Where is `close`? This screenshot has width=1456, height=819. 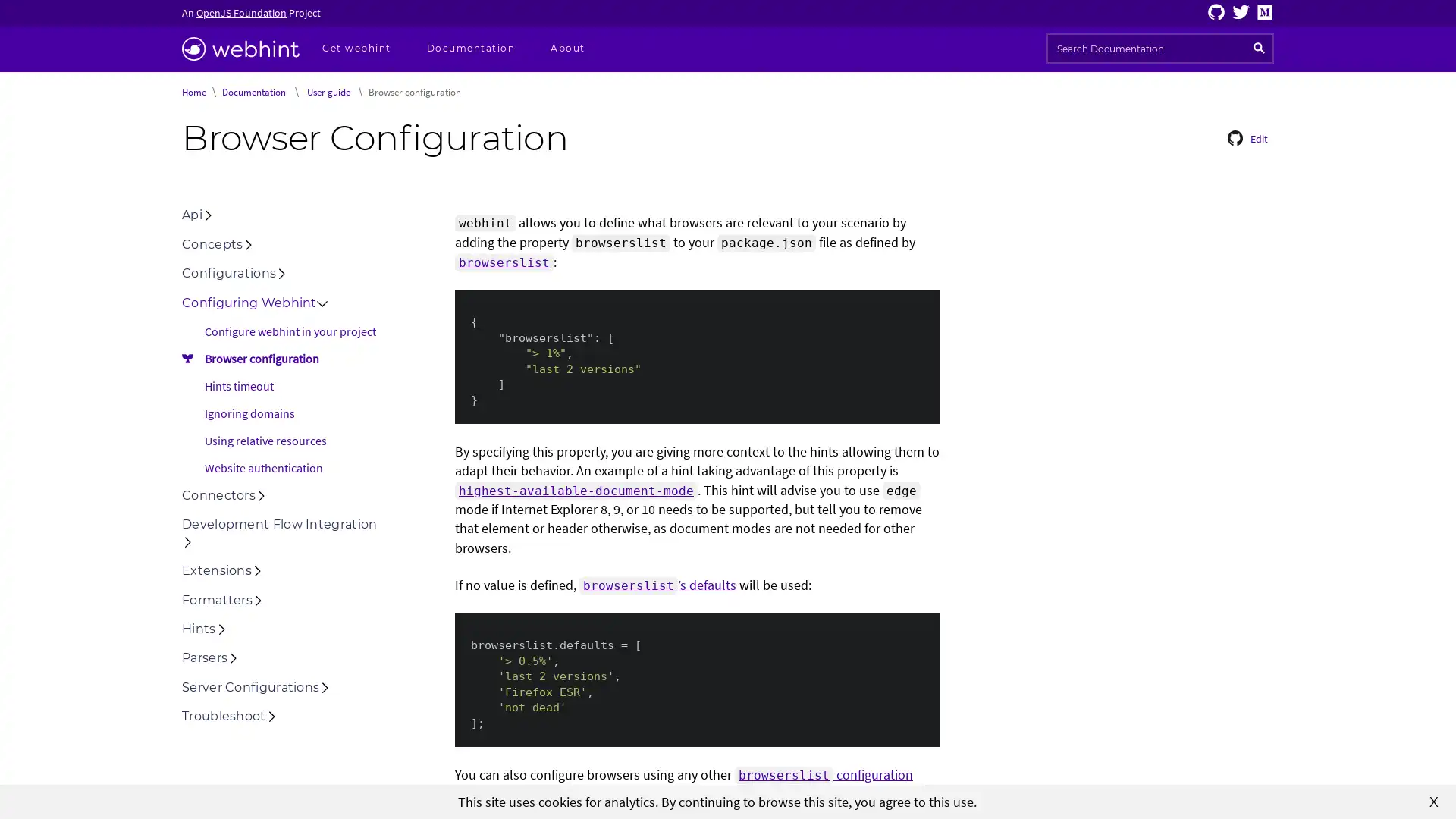
close is located at coordinates (1433, 800).